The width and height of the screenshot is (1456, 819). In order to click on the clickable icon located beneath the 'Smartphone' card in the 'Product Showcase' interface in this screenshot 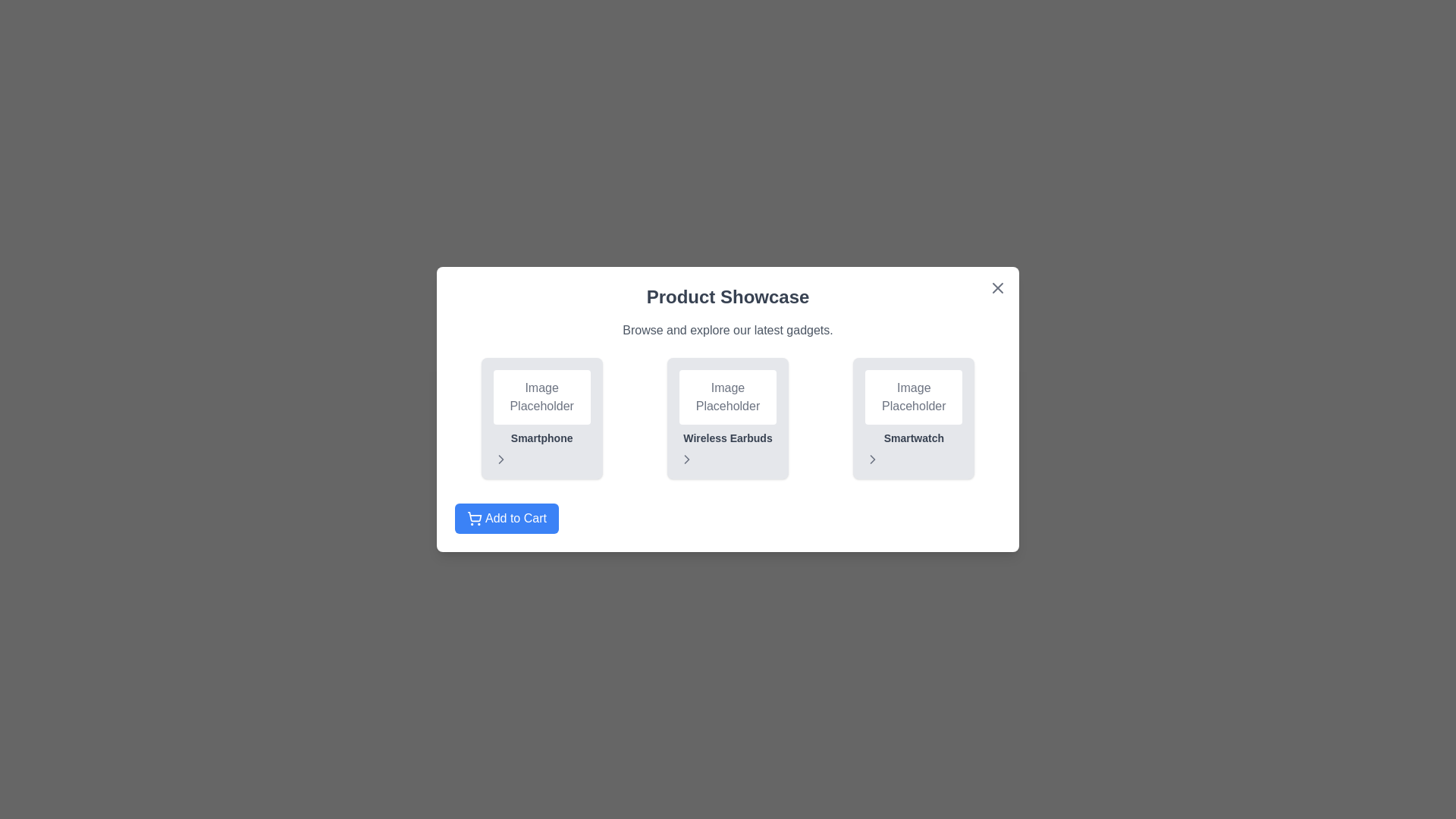, I will do `click(500, 458)`.